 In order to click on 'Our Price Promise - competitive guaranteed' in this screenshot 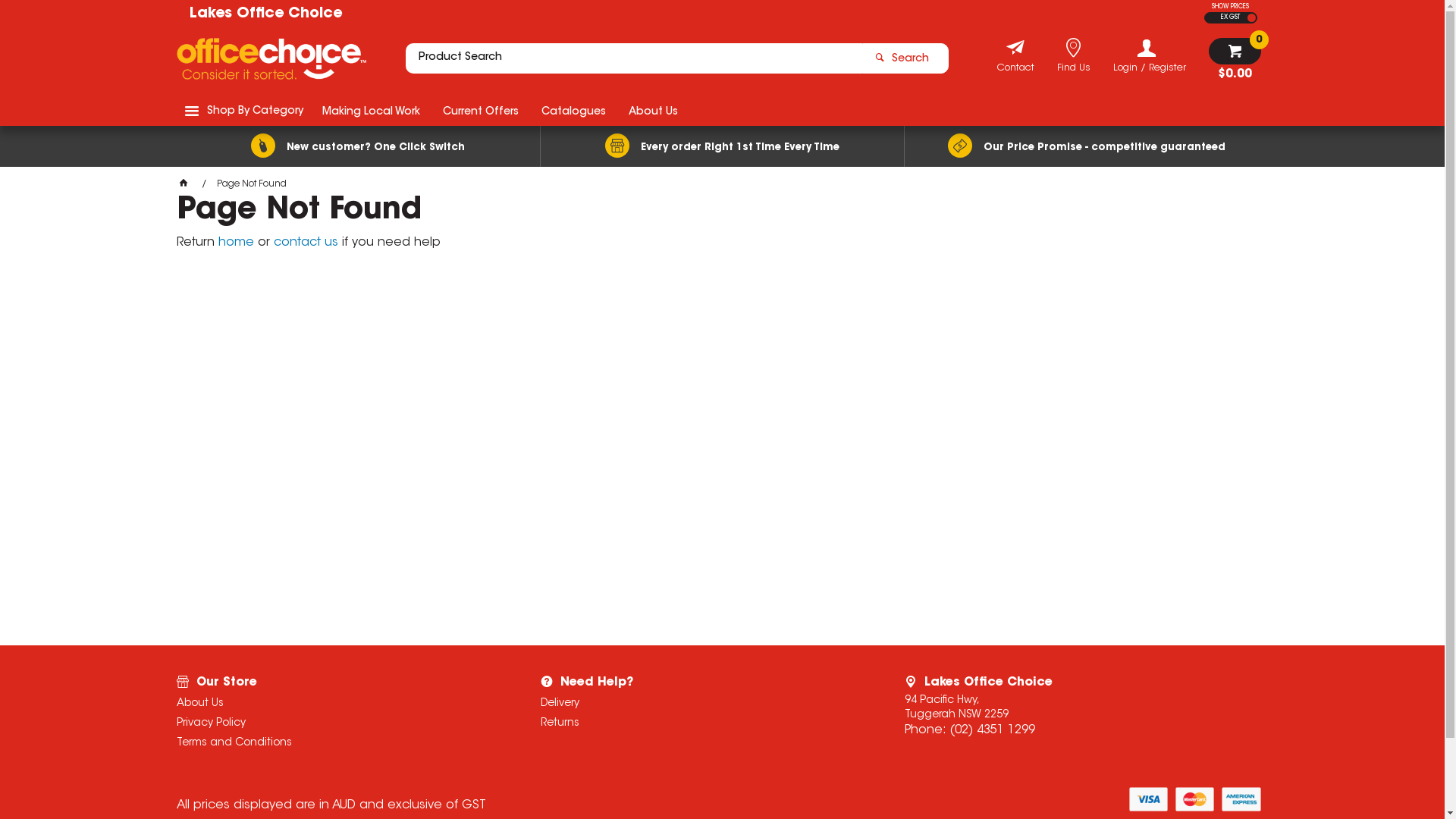, I will do `click(1084, 146)`.